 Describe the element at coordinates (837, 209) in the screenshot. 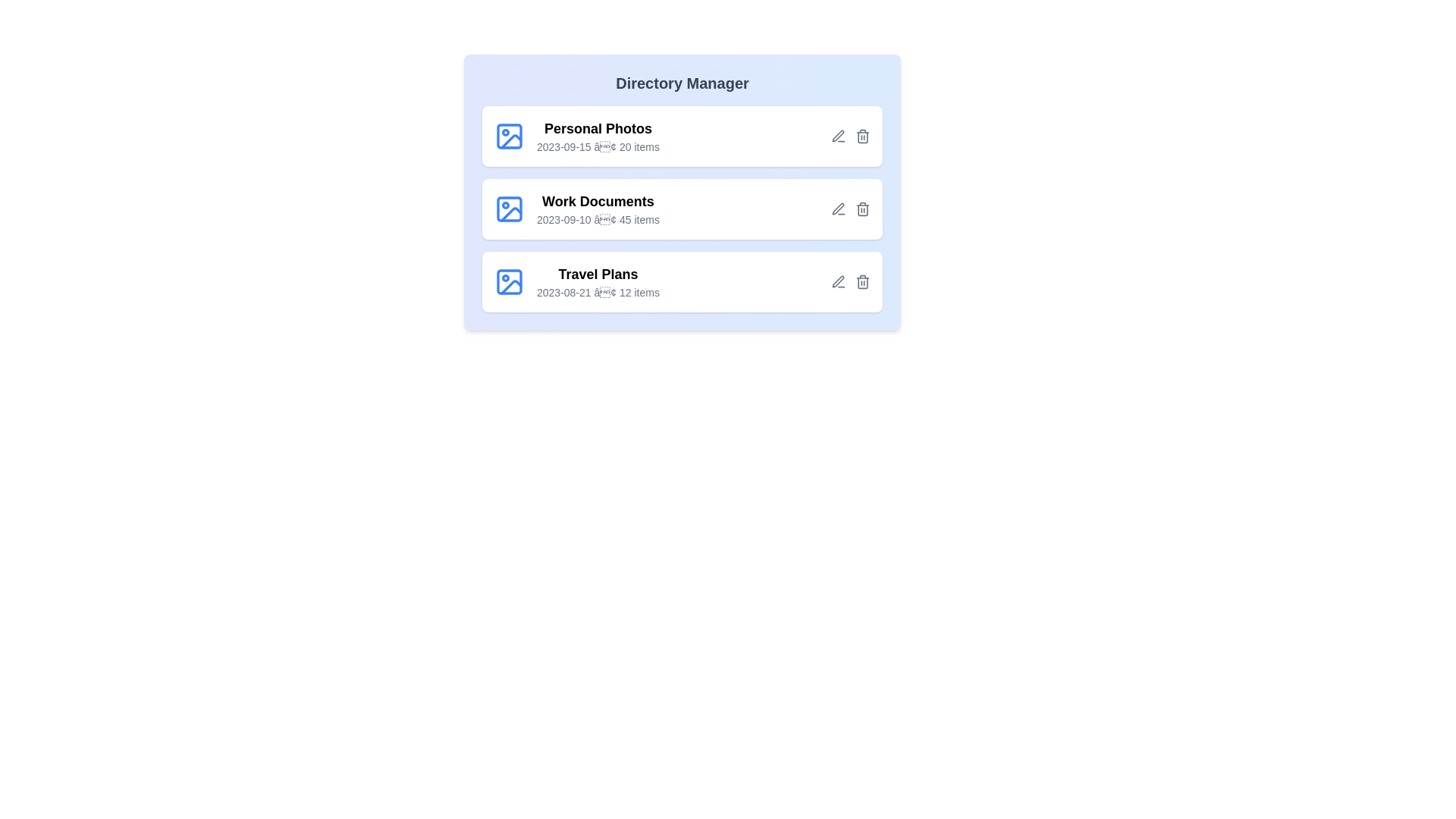

I see `the edit icon for the directory Work Documents` at that location.